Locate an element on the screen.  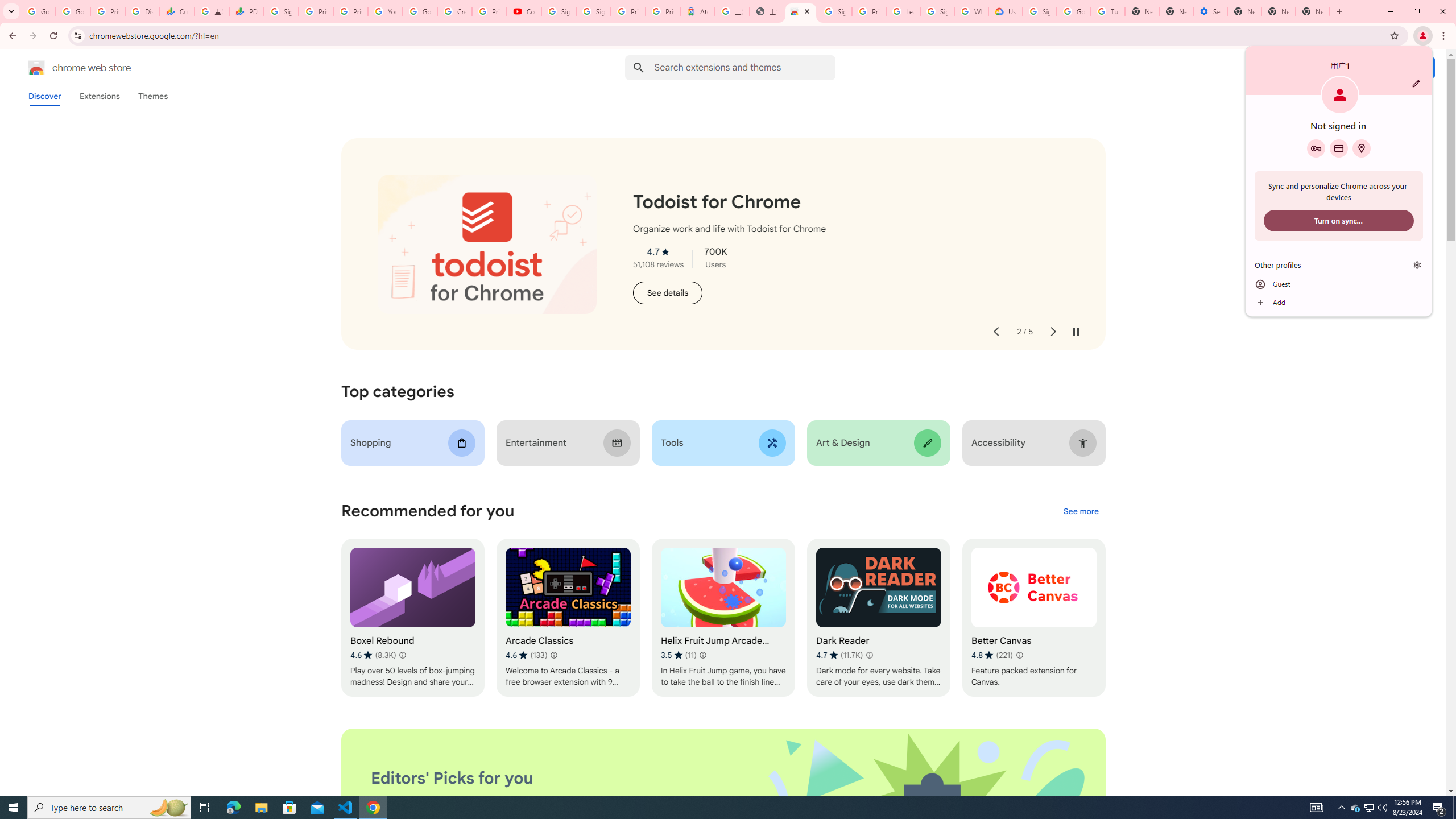
'Search highlights icon opens search home window' is located at coordinates (167, 806).